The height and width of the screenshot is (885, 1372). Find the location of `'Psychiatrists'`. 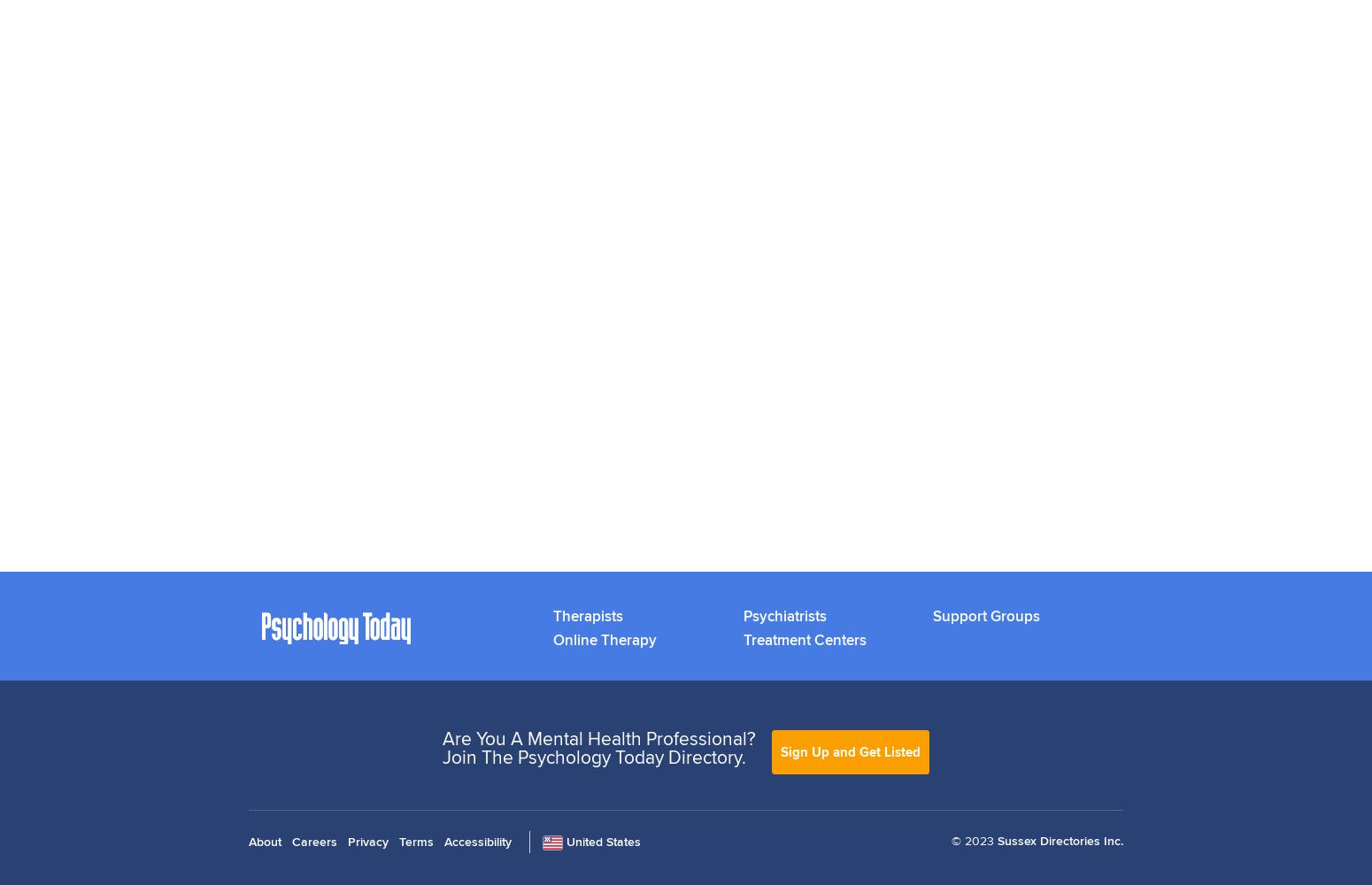

'Psychiatrists' is located at coordinates (783, 614).